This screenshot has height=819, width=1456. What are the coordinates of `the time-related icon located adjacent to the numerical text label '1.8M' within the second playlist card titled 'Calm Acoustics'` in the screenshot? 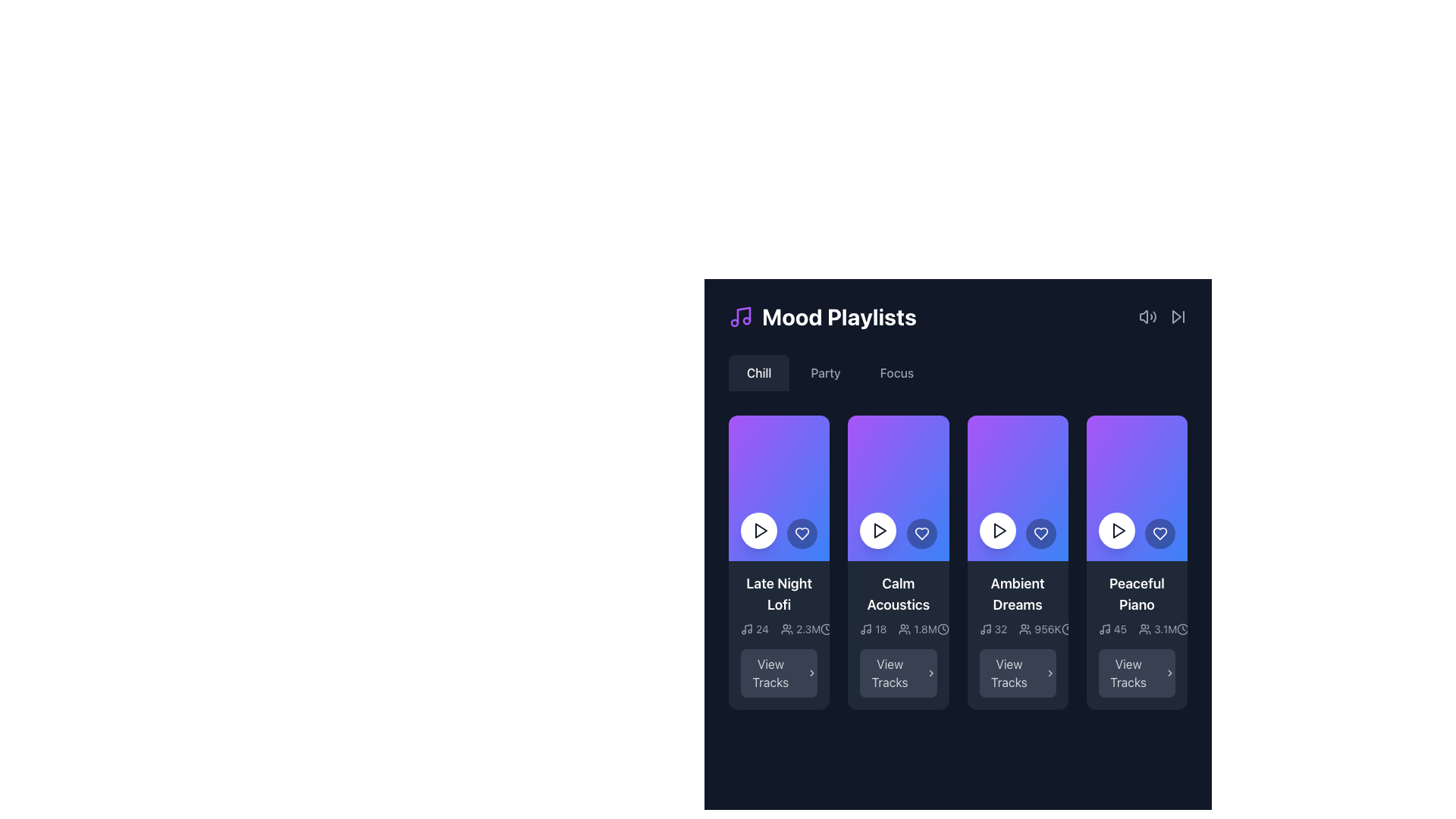 It's located at (942, 629).